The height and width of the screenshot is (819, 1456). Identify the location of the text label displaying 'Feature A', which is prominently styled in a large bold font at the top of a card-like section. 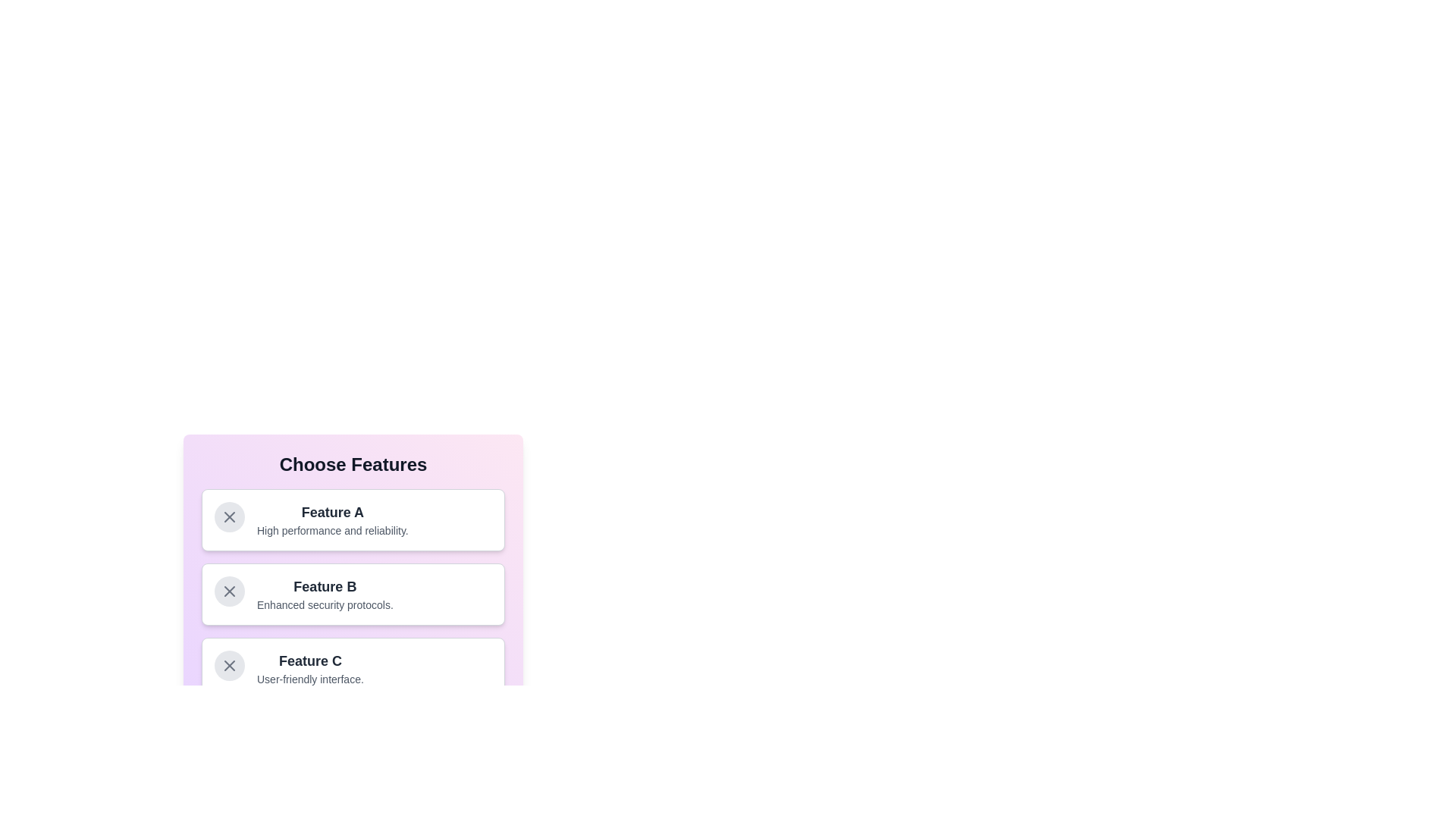
(331, 512).